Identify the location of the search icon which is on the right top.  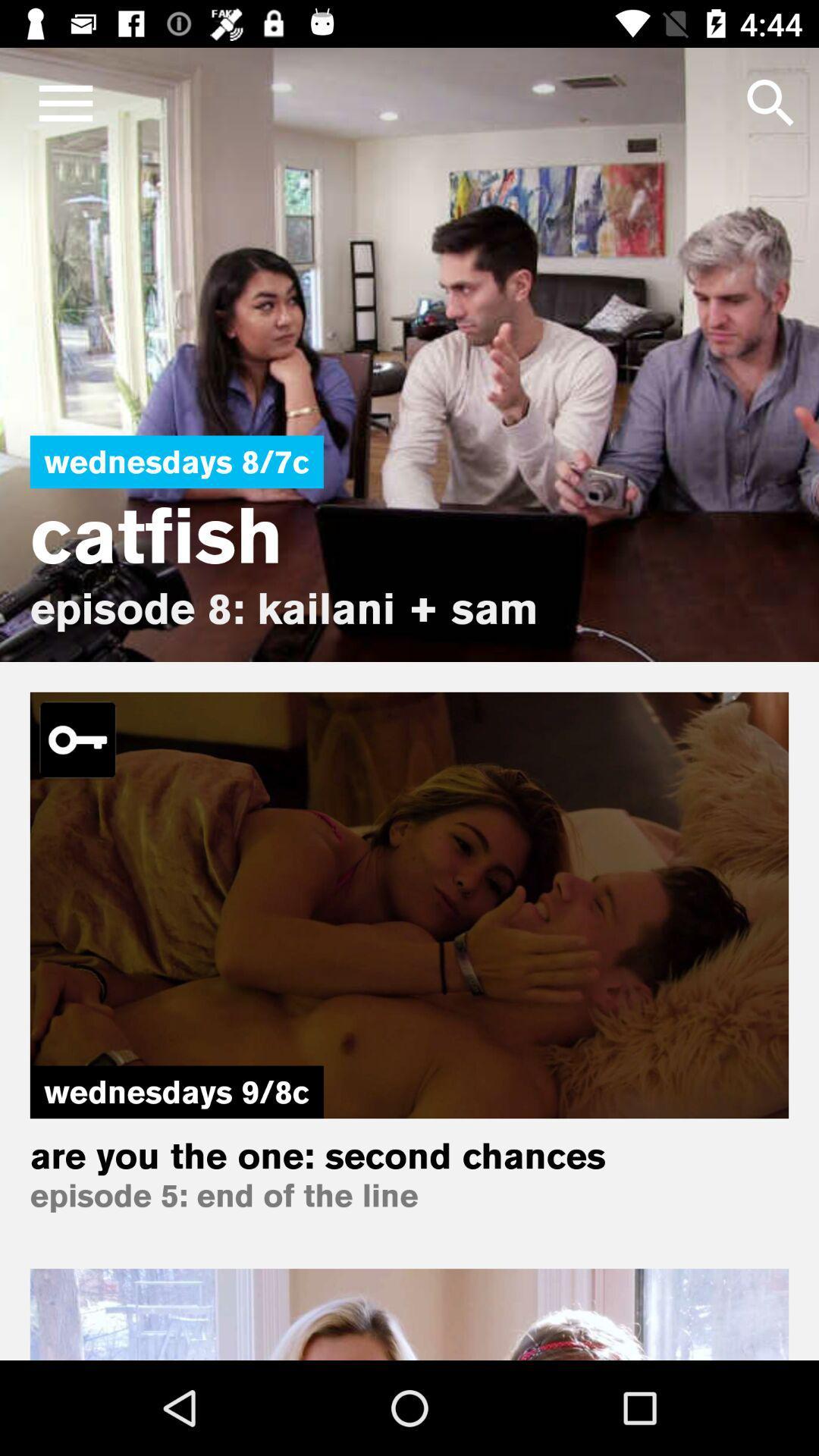
(771, 103).